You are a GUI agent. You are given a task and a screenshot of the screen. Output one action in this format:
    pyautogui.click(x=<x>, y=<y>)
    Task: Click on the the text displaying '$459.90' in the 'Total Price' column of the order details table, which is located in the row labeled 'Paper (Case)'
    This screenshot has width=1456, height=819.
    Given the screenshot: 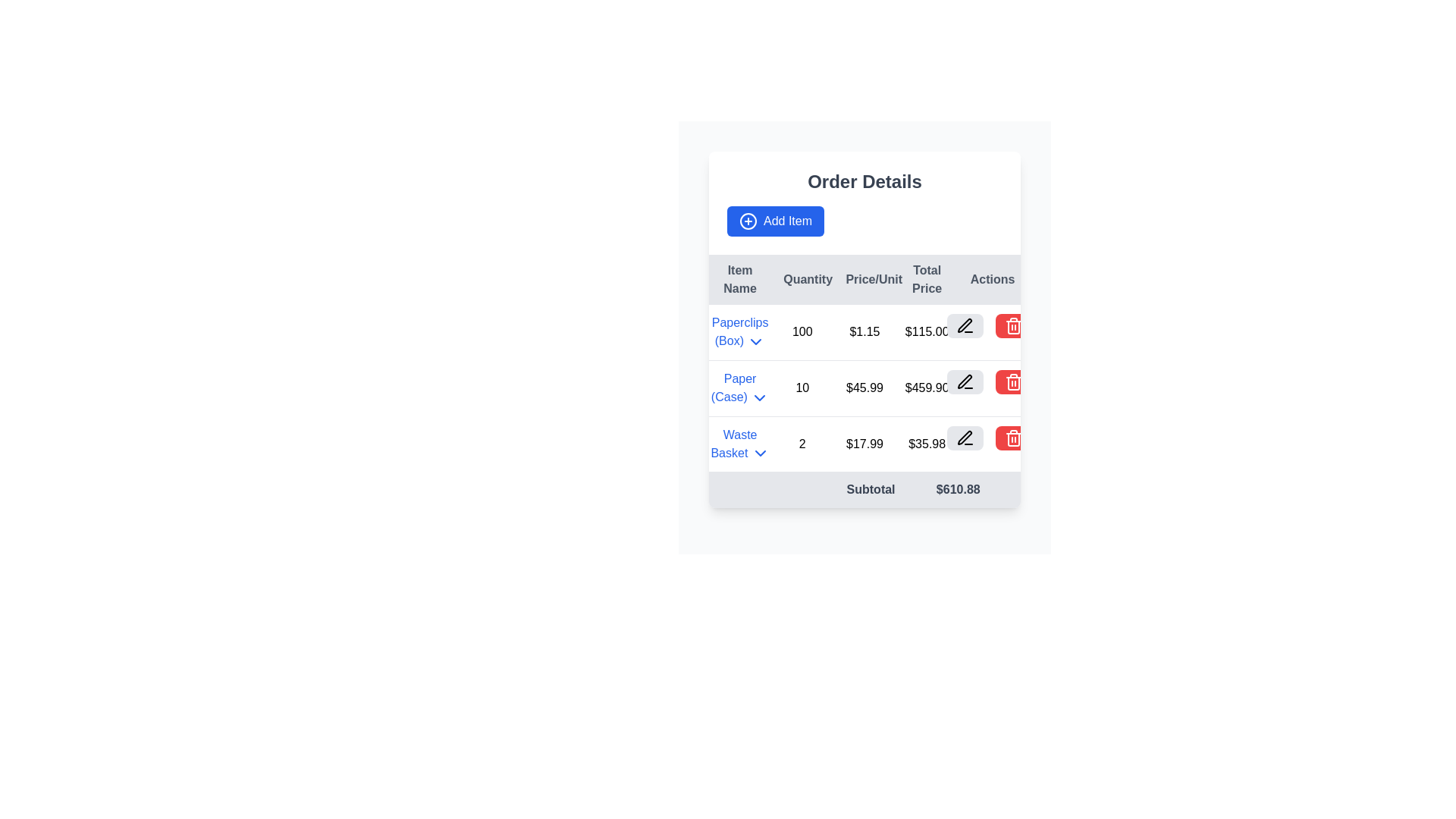 What is the action you would take?
    pyautogui.click(x=926, y=388)
    